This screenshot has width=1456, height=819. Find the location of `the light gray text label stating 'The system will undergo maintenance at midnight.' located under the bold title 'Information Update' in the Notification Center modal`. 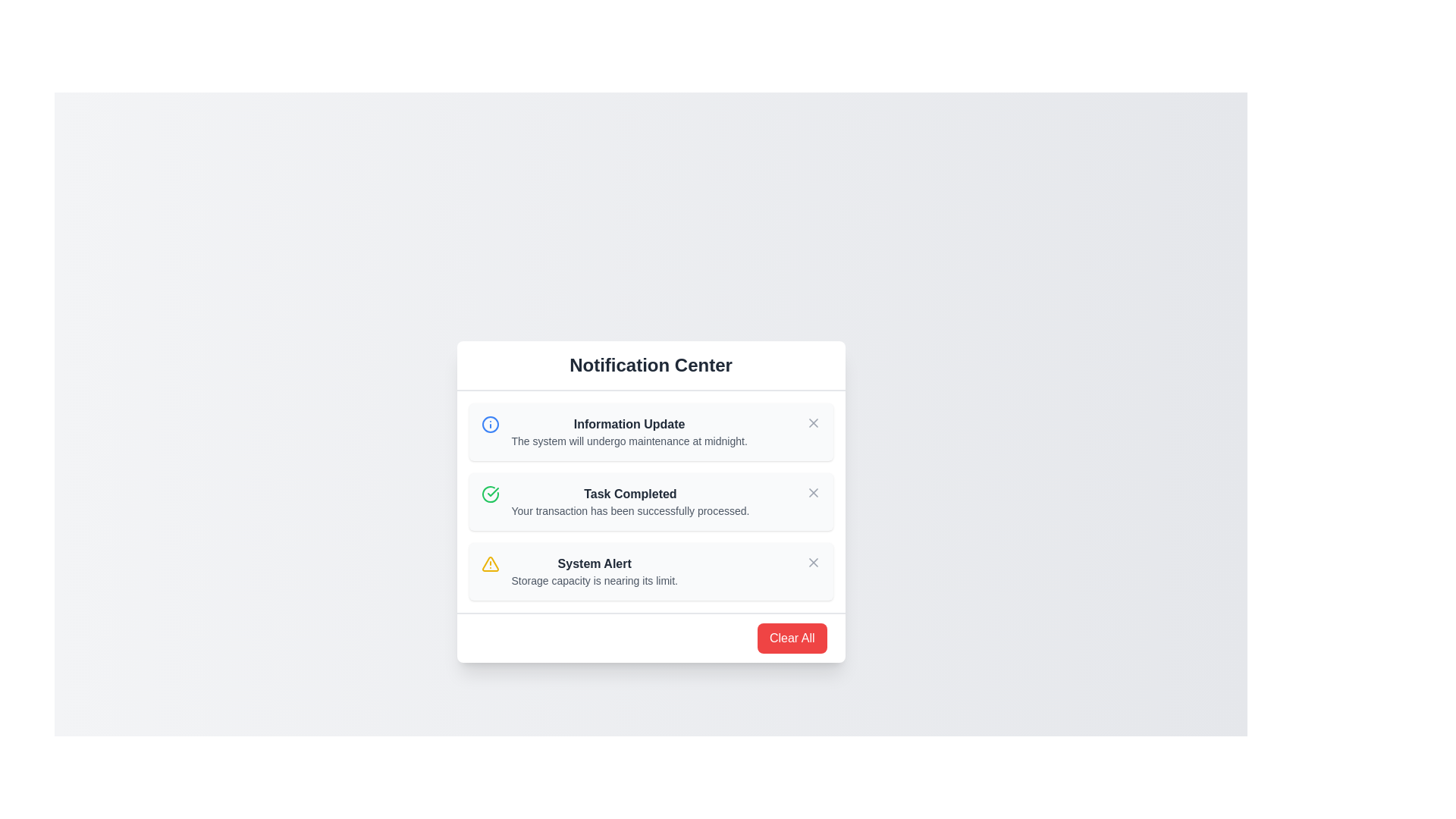

the light gray text label stating 'The system will undergo maintenance at midnight.' located under the bold title 'Information Update' in the Notification Center modal is located at coordinates (629, 441).